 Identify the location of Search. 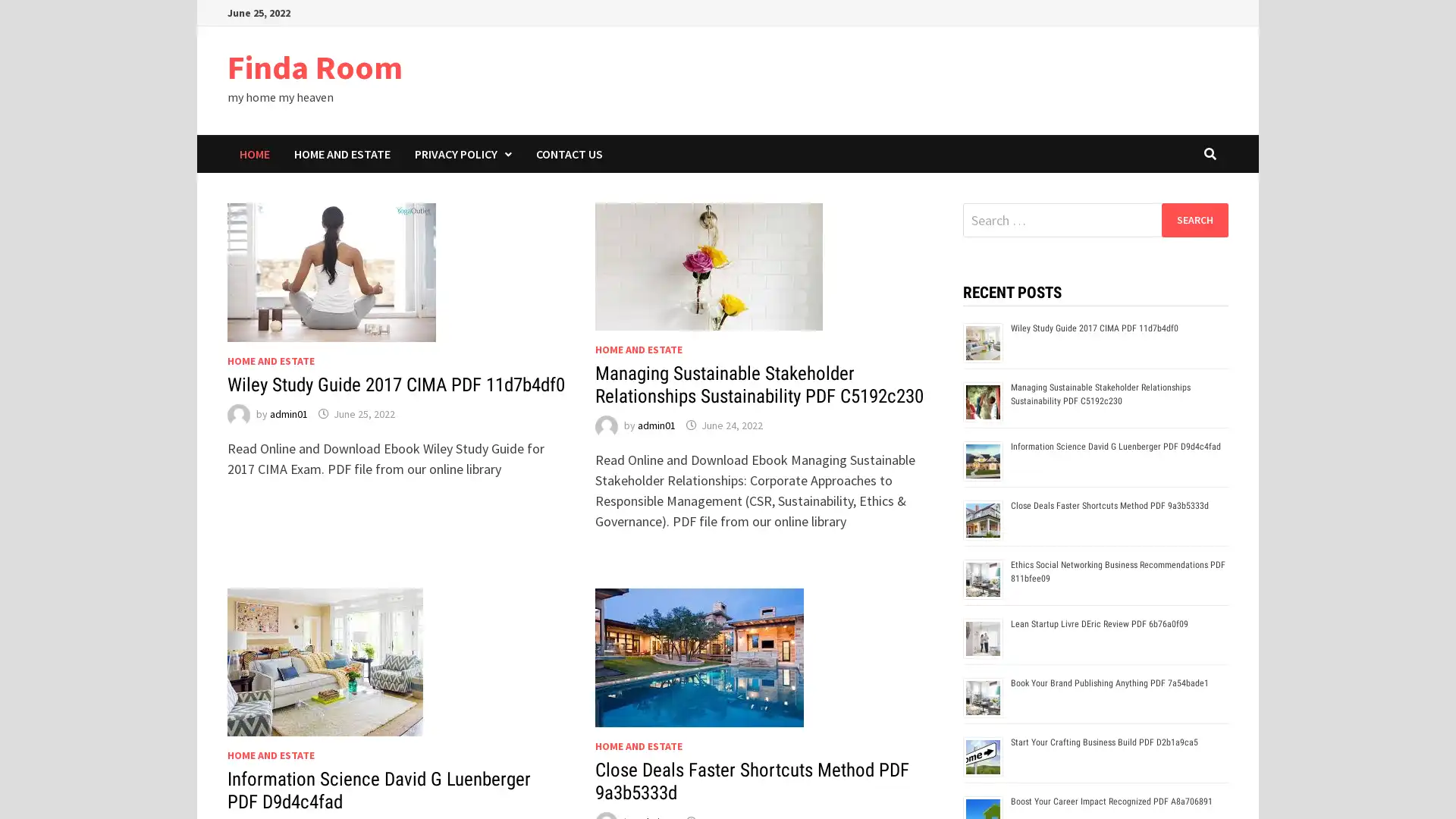
(1194, 219).